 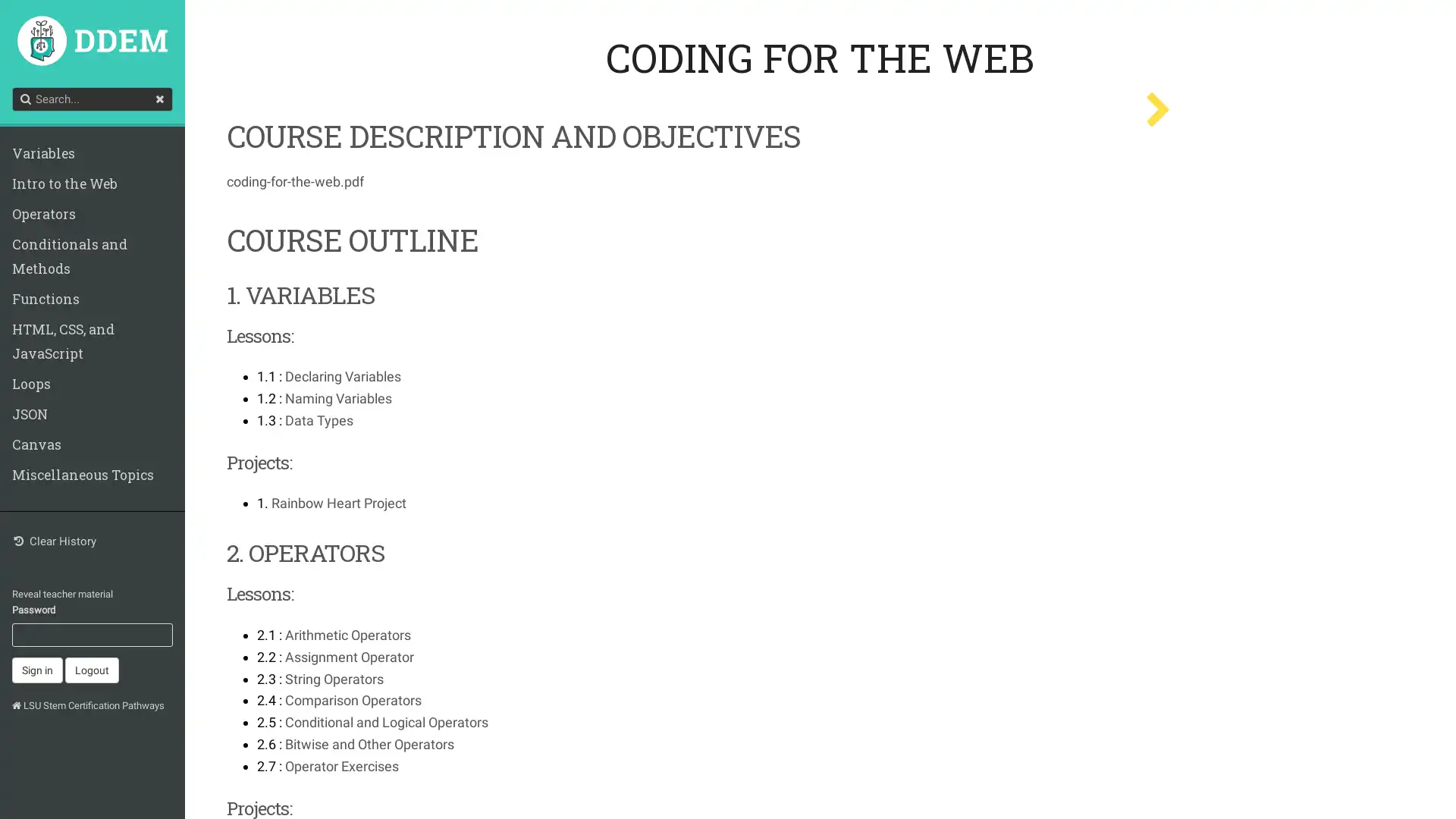 I want to click on Logout, so click(x=91, y=636).